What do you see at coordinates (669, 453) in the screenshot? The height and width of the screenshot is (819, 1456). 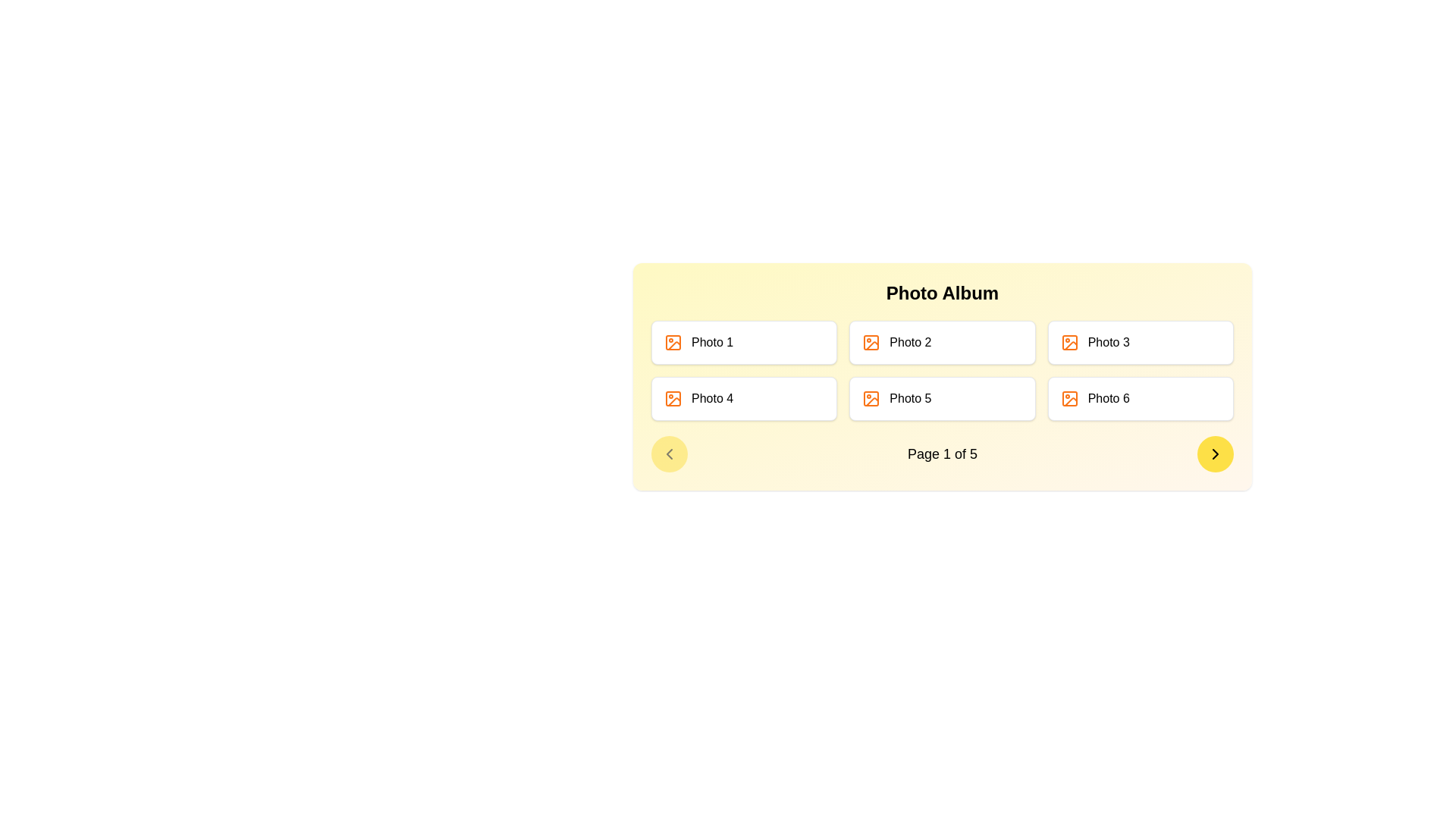 I see `the leftmost button in the horizontal navigation bar beneath the photo gallery` at bounding box center [669, 453].